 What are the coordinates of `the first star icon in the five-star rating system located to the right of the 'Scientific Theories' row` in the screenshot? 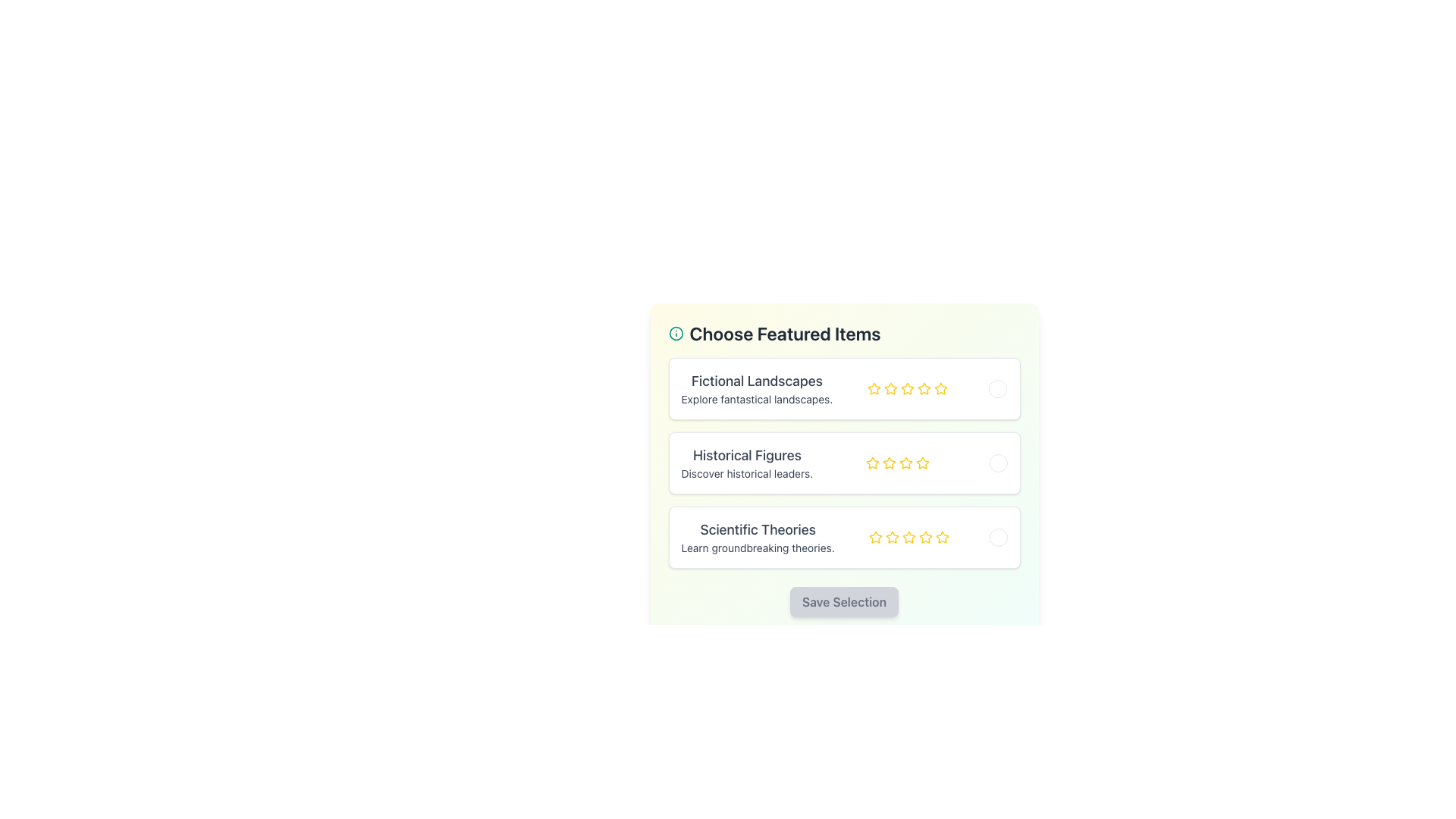 It's located at (875, 536).